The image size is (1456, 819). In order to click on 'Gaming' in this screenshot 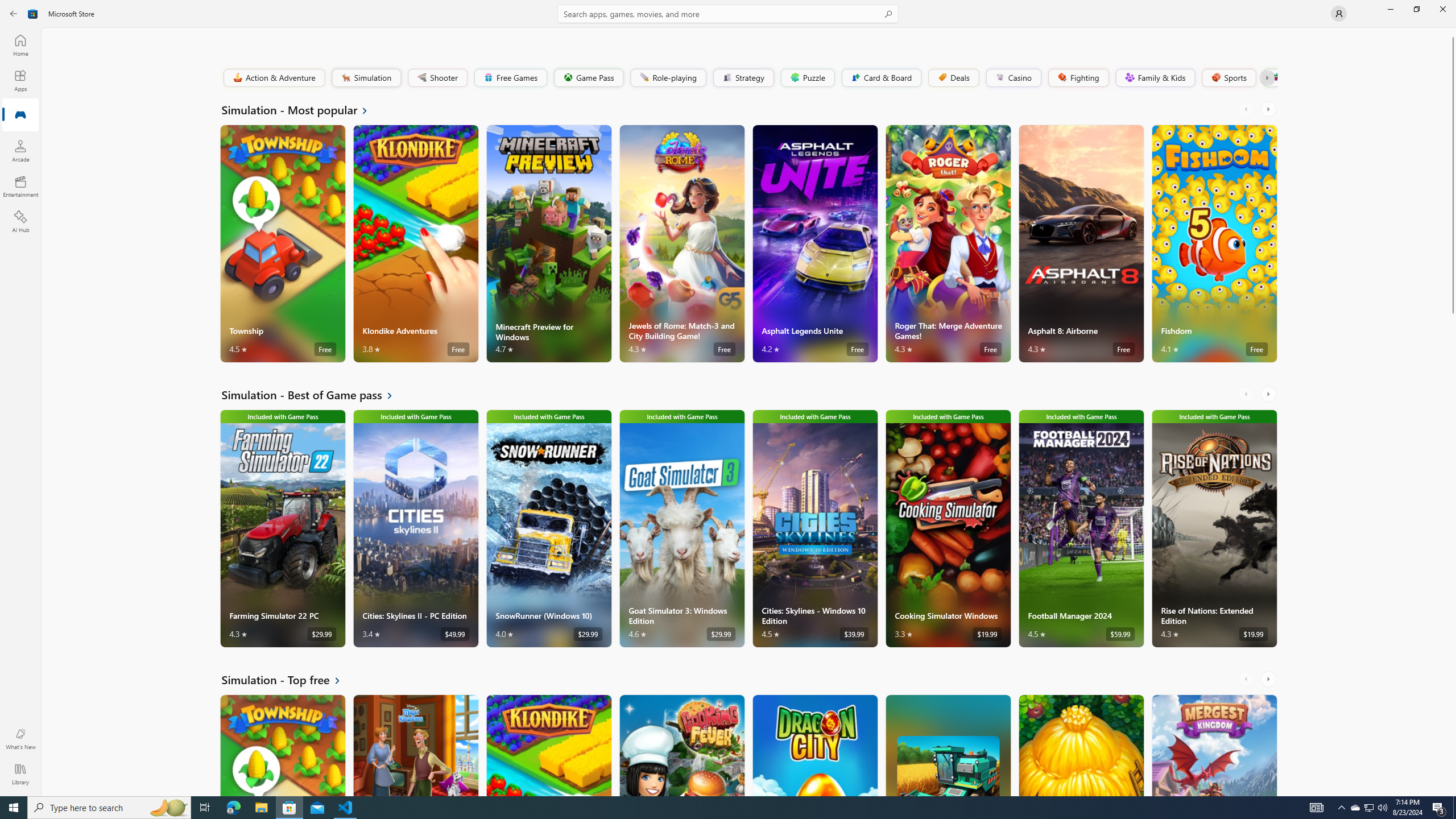, I will do `click(19, 115)`.